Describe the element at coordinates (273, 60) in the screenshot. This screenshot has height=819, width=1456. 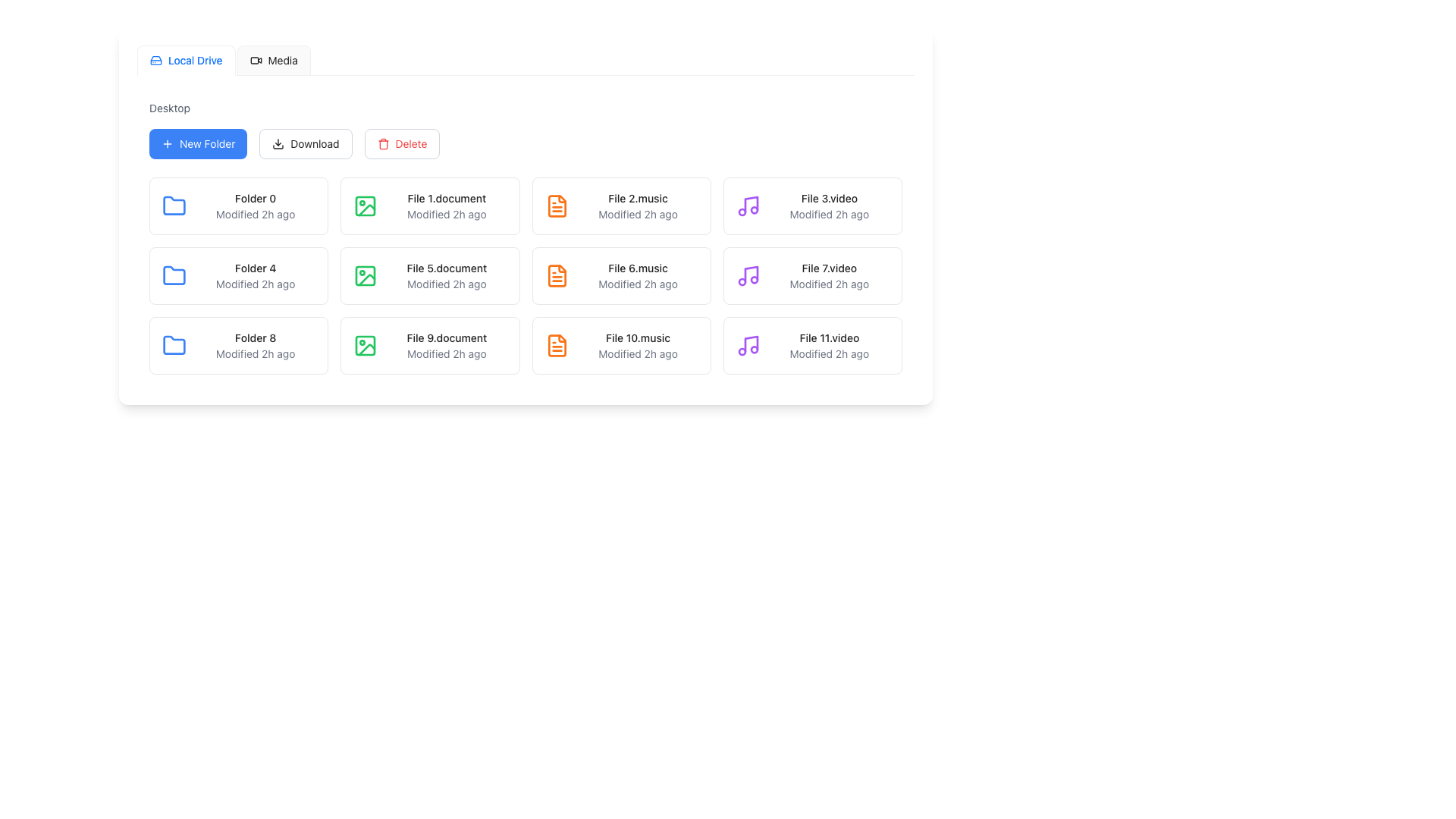
I see `the 'Media' tab button located immediately to the right of the 'Local Drive' tab in the top-left corner of the layout` at that location.